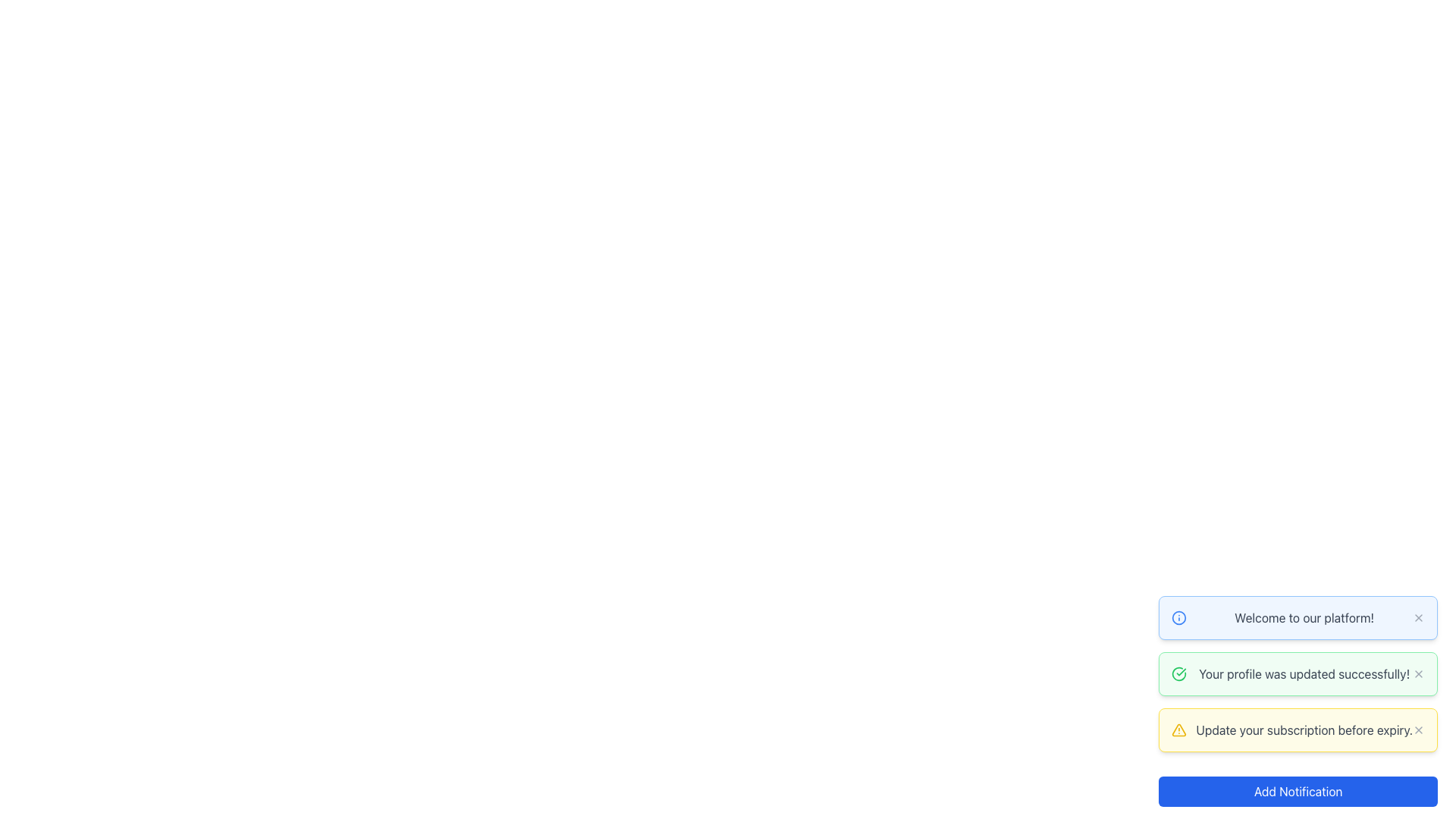 This screenshot has width=1456, height=819. What do you see at coordinates (1178, 673) in the screenshot?
I see `the success indicator icon located at the beginning of the notification bar that confirms the user's profile update, which has a green background` at bounding box center [1178, 673].